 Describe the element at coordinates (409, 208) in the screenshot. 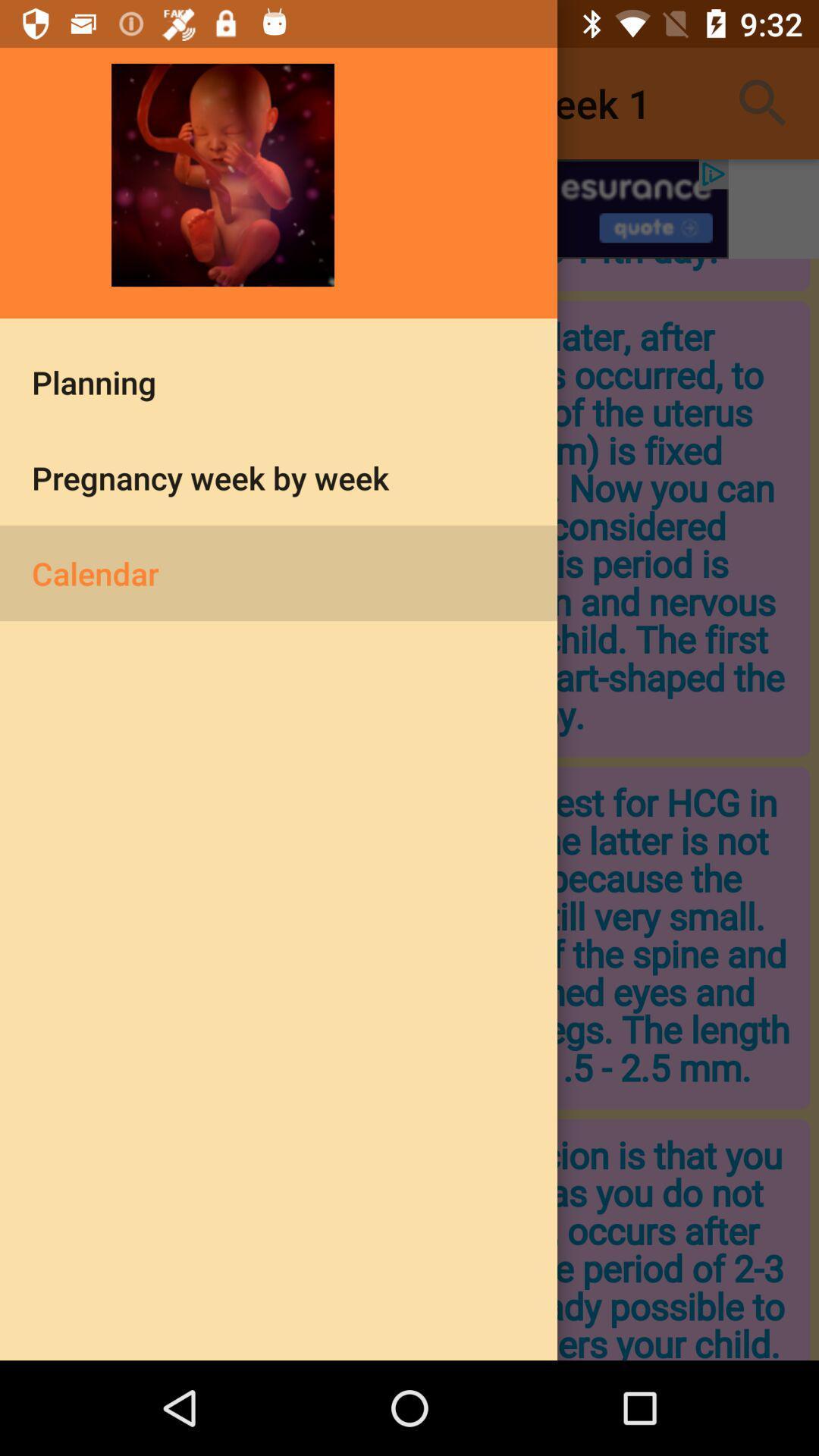

I see `advertiesment link` at that location.